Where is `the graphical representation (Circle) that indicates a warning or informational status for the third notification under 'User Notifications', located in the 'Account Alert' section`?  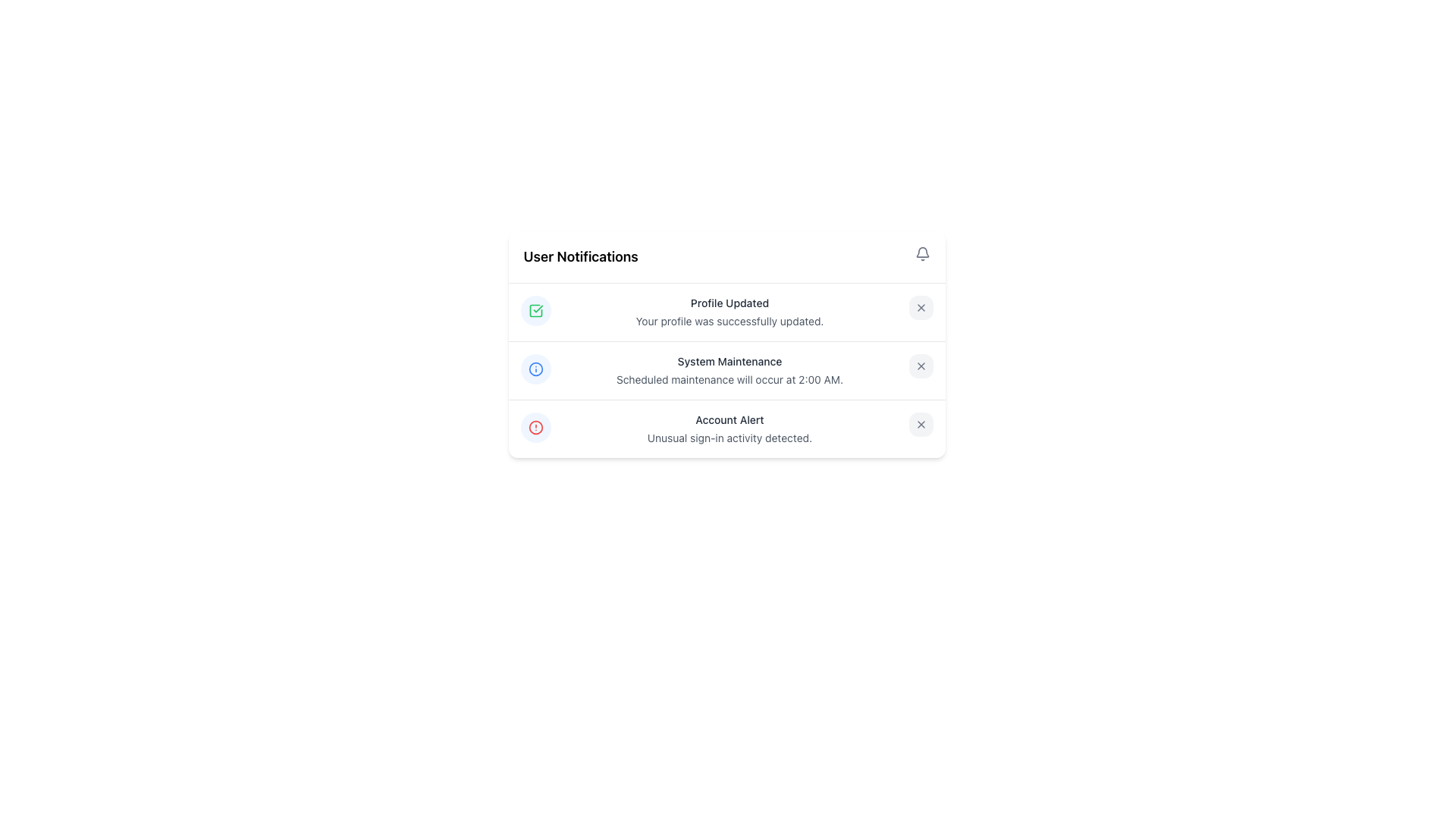
the graphical representation (Circle) that indicates a warning or informational status for the third notification under 'User Notifications', located in the 'Account Alert' section is located at coordinates (535, 369).